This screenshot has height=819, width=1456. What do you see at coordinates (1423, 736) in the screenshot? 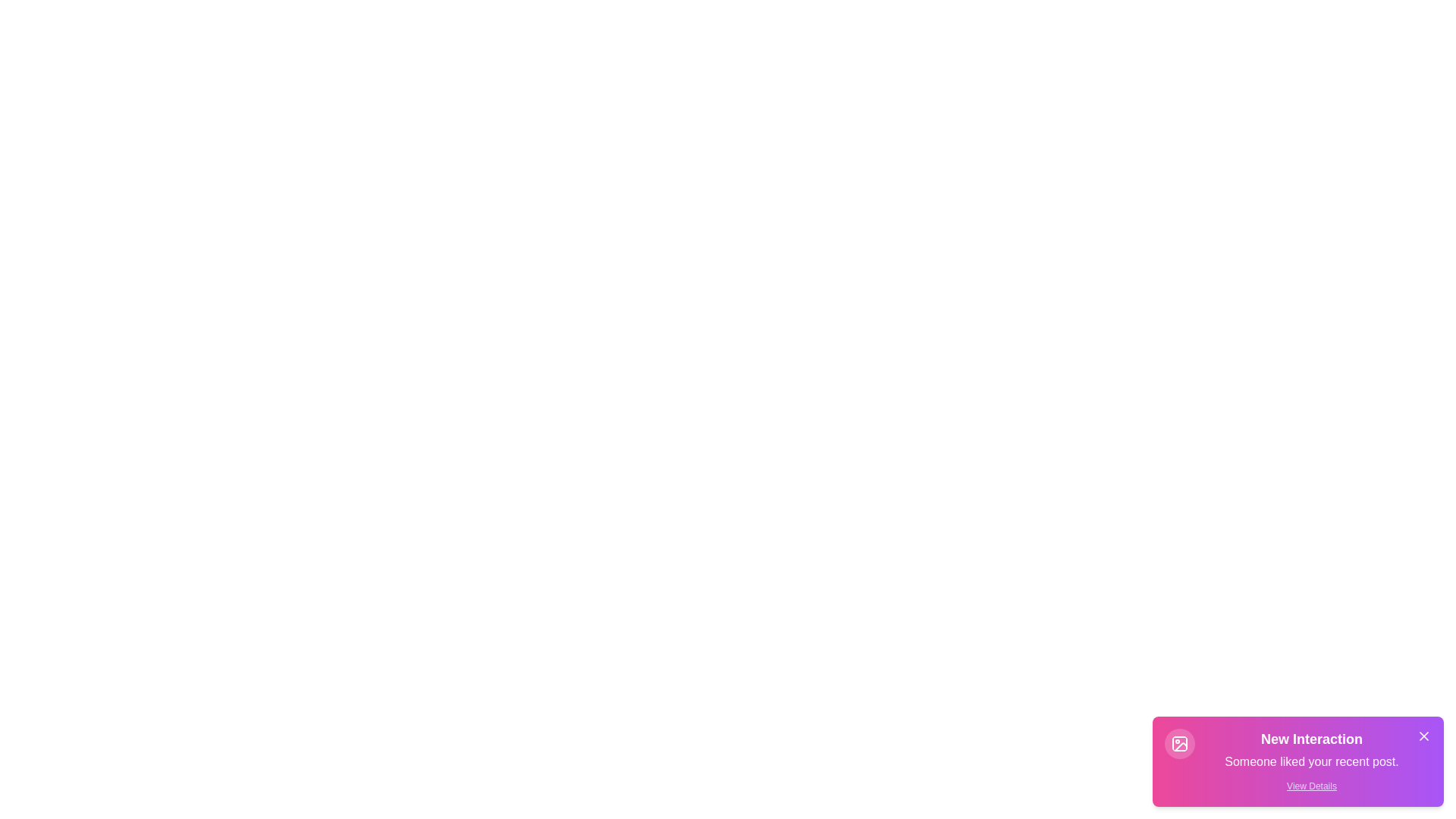
I see `the close button to dismiss the notification` at bounding box center [1423, 736].